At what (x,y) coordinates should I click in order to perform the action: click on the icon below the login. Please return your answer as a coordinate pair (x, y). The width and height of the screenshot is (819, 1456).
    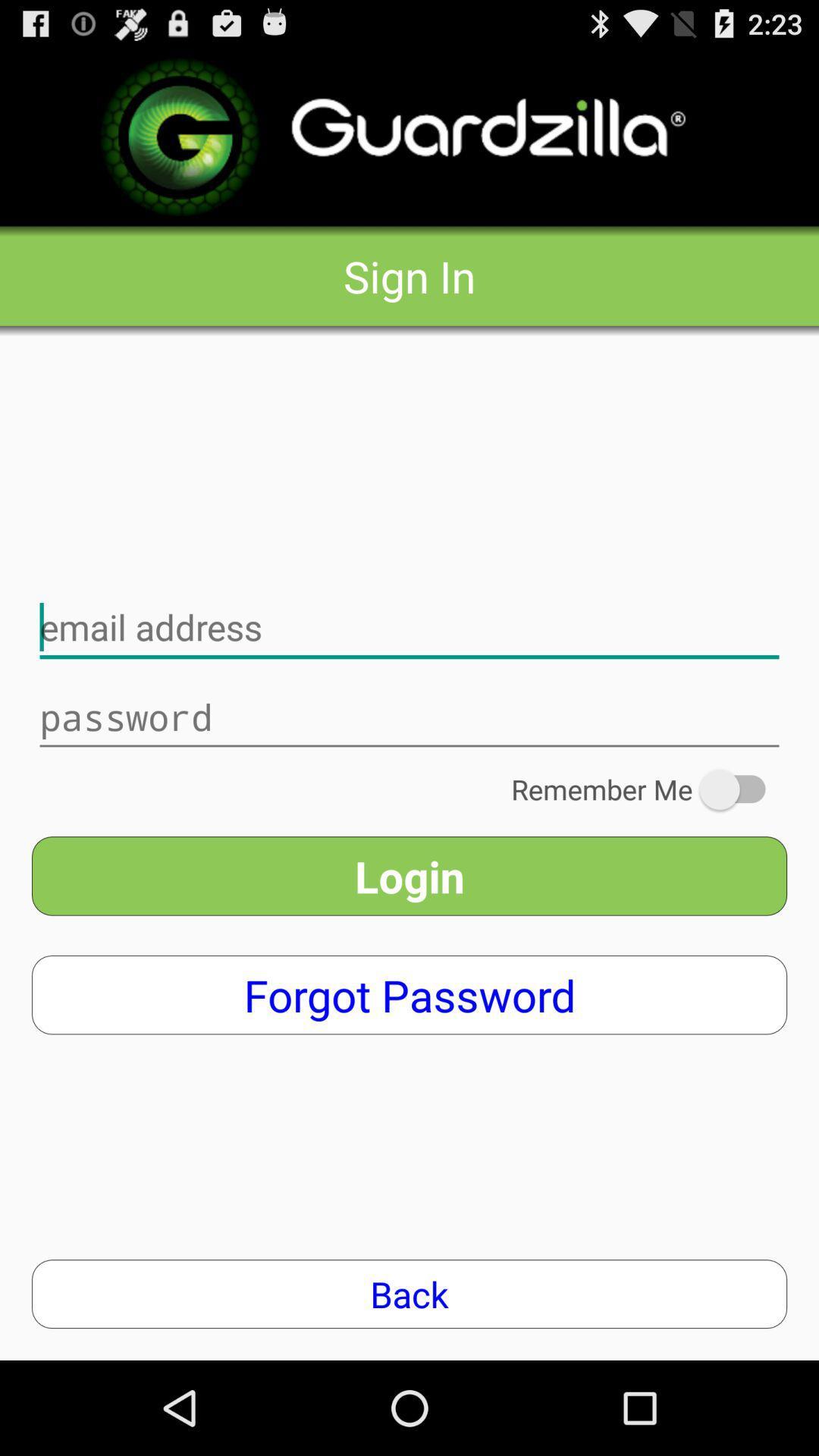
    Looking at the image, I should click on (409, 995).